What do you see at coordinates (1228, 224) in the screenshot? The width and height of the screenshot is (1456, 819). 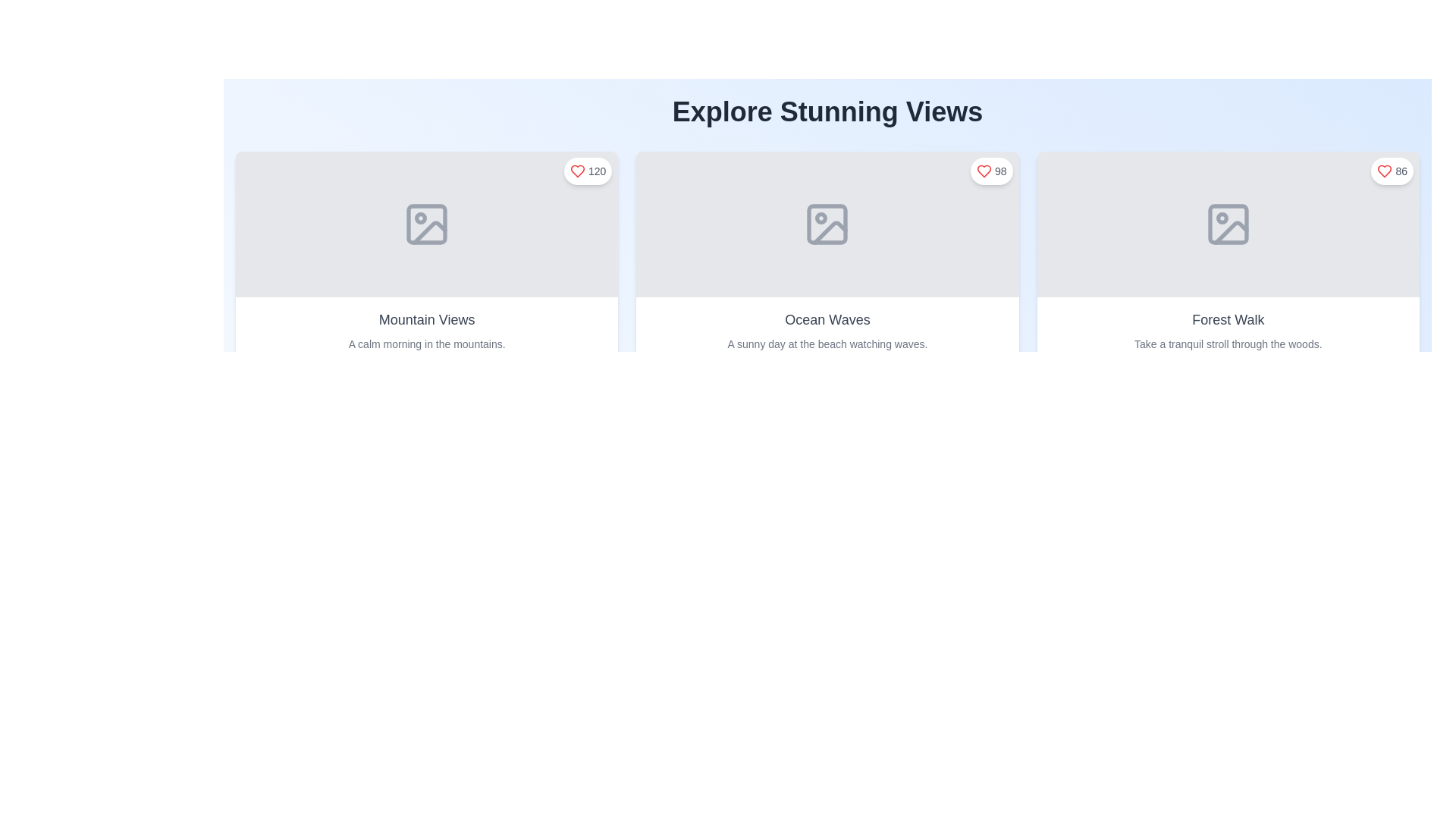 I see `the icon component representing an image placeholder within the 'Forest Walk' card, which is the third card under the heading 'Explore Stunning Views'` at bounding box center [1228, 224].